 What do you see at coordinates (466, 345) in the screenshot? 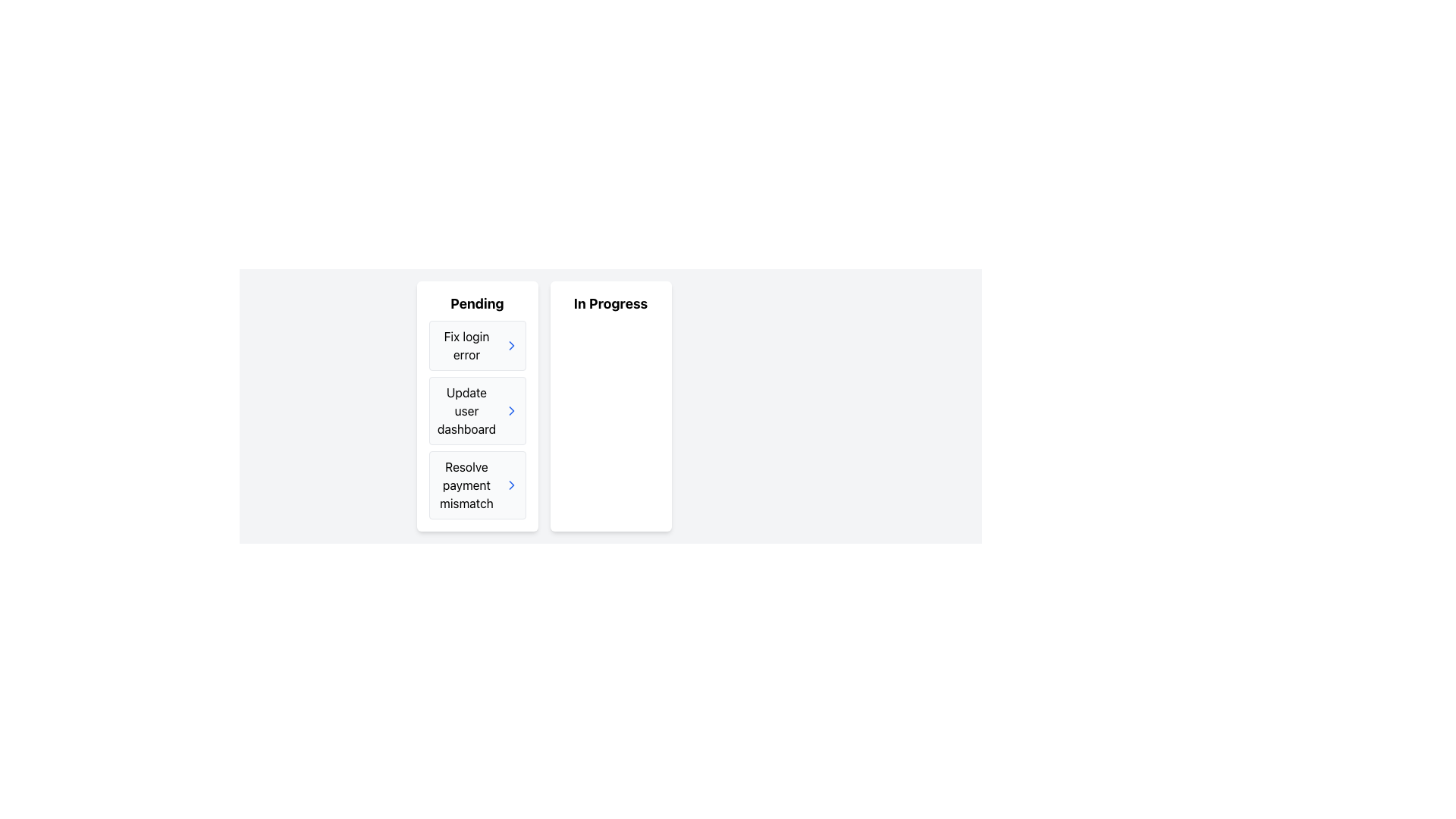
I see `the text label 'Fix login error'` at bounding box center [466, 345].